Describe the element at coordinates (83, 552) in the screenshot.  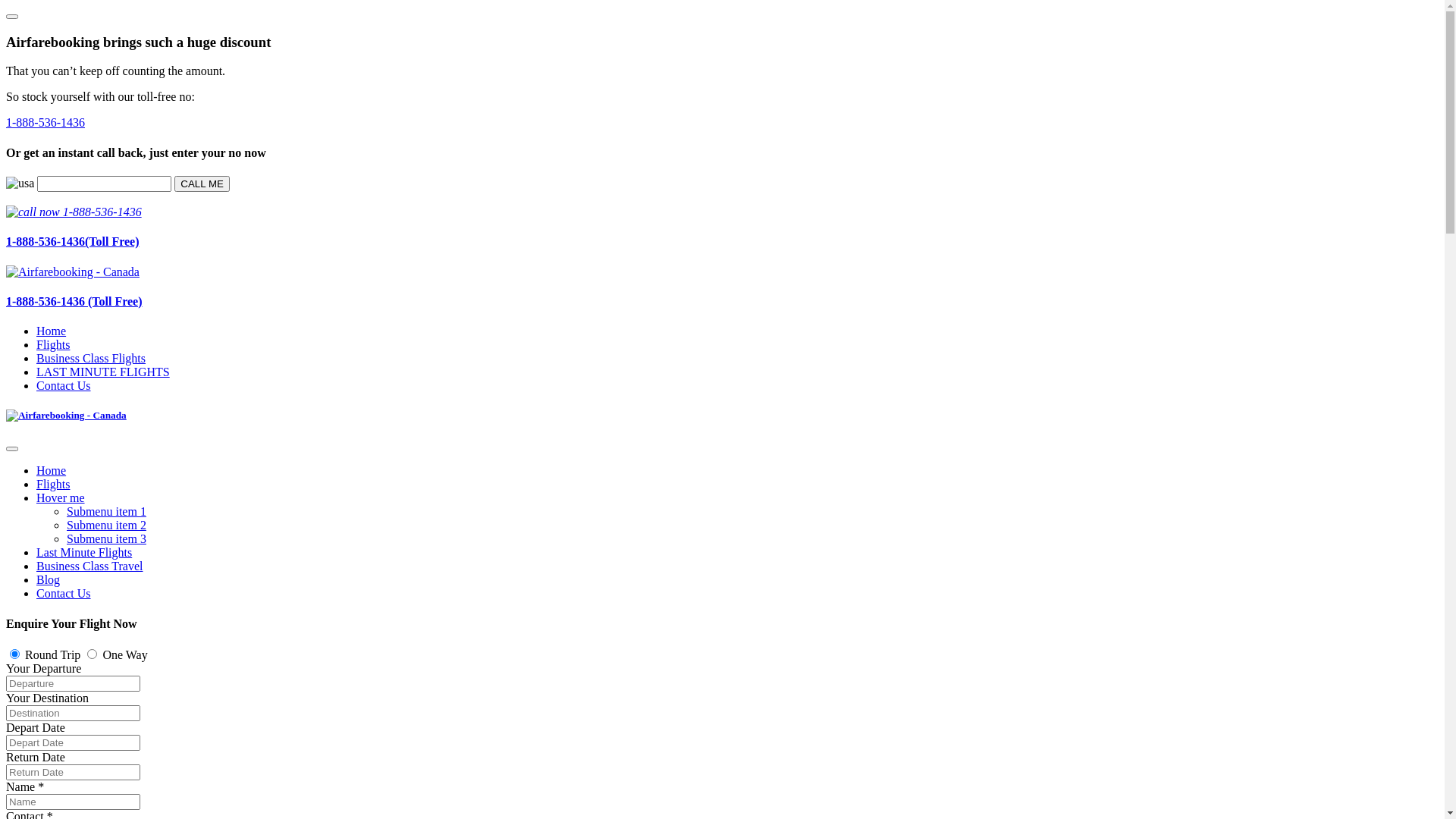
I see `'Last Minute Flights'` at that location.